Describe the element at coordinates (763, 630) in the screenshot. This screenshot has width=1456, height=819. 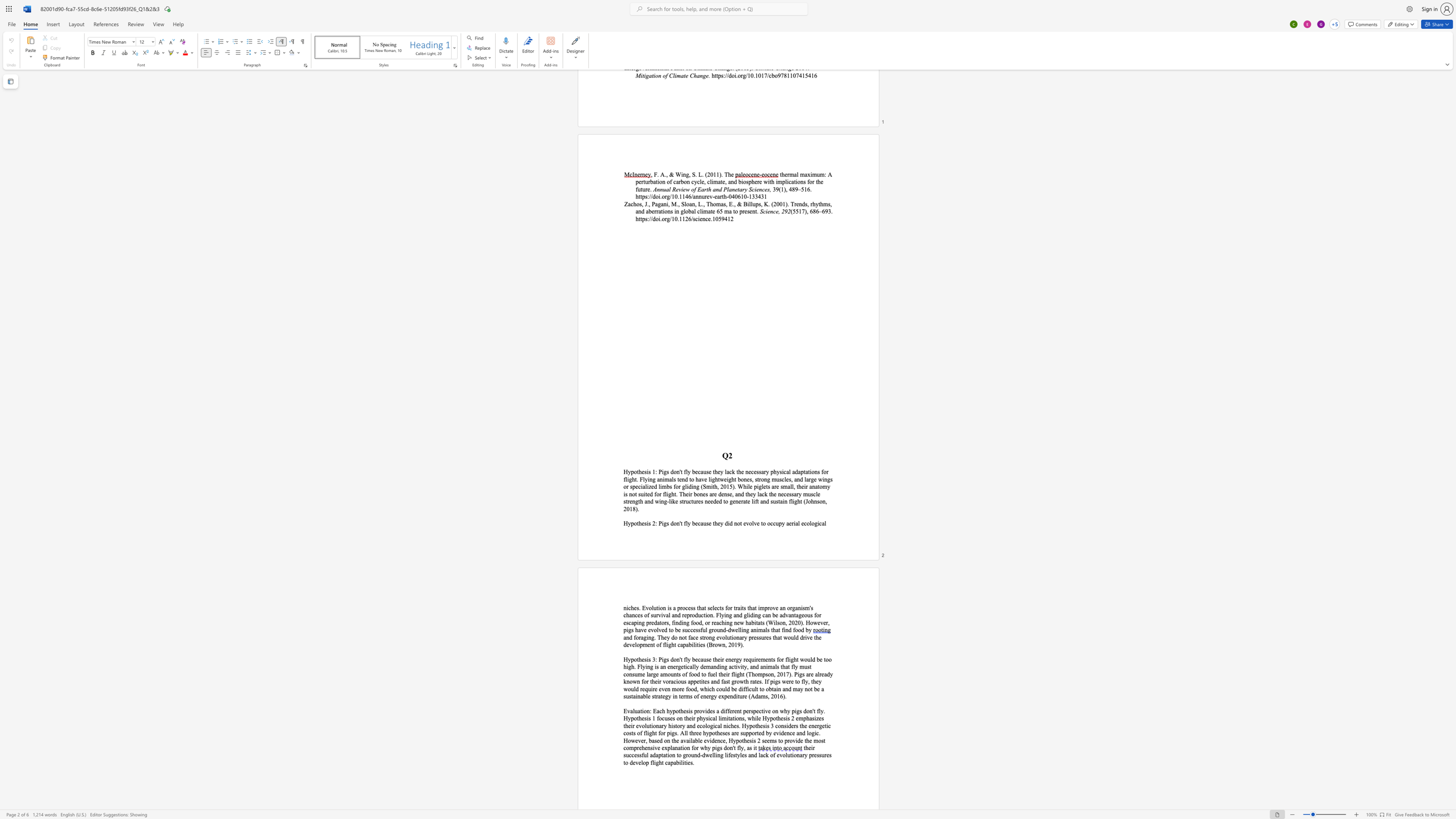
I see `the 8th character "a" in the text` at that location.